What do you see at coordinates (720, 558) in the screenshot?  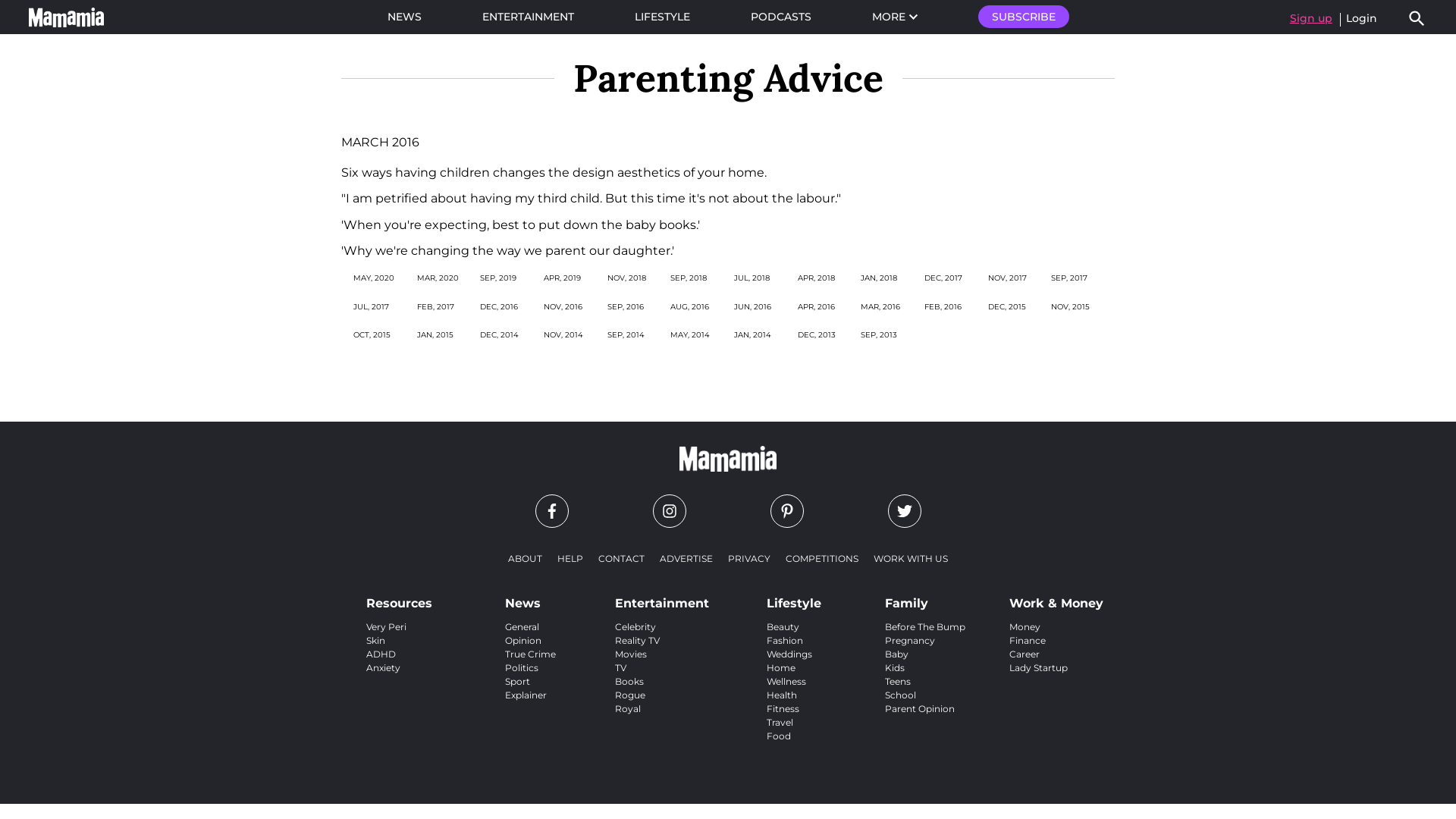 I see `'PRIVACY'` at bounding box center [720, 558].